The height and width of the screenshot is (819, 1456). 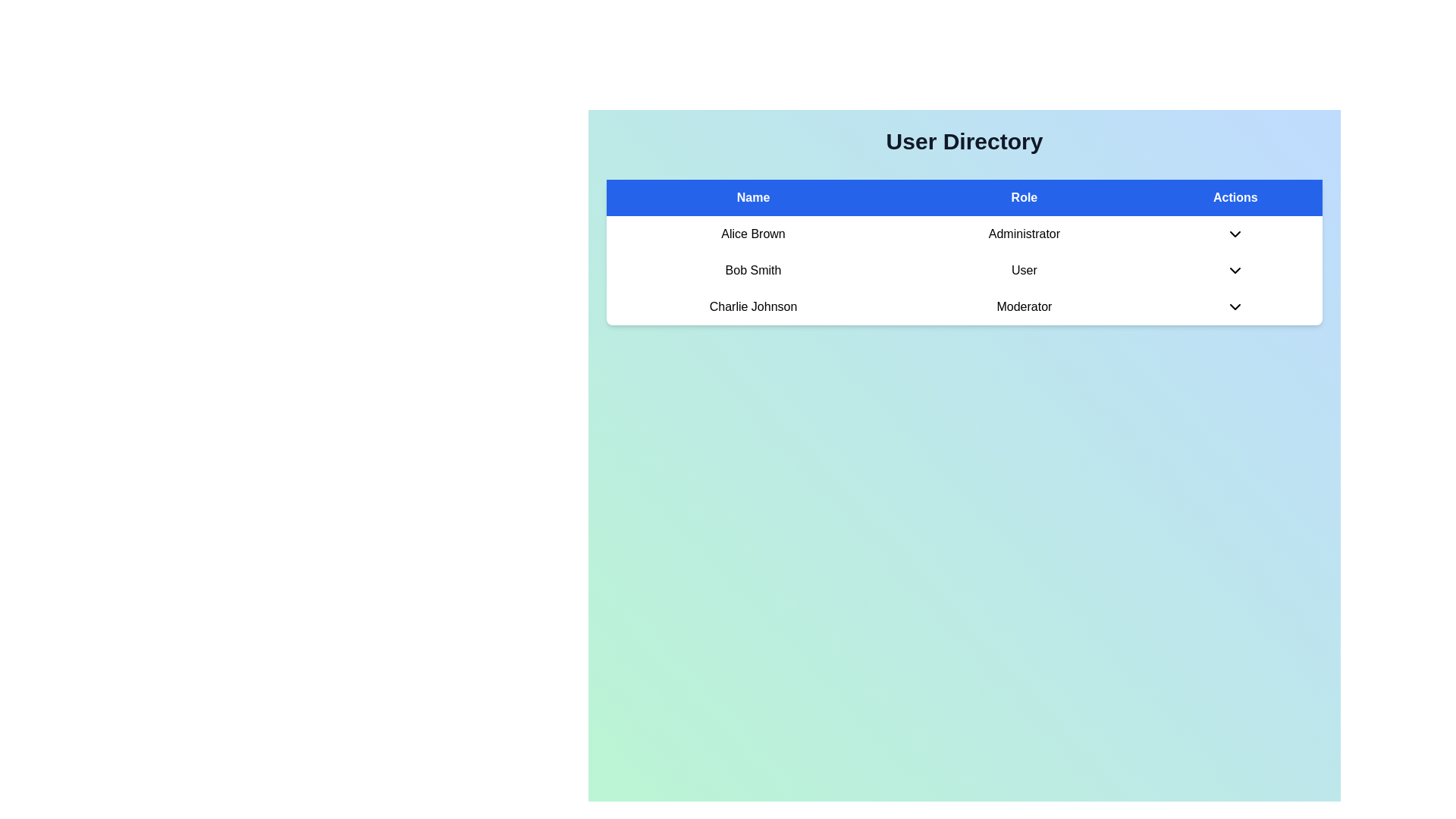 I want to click on user information displayed in the user information row for 'Bob Smith' and their role as 'User', located in the second row of the user information table, so click(x=964, y=270).